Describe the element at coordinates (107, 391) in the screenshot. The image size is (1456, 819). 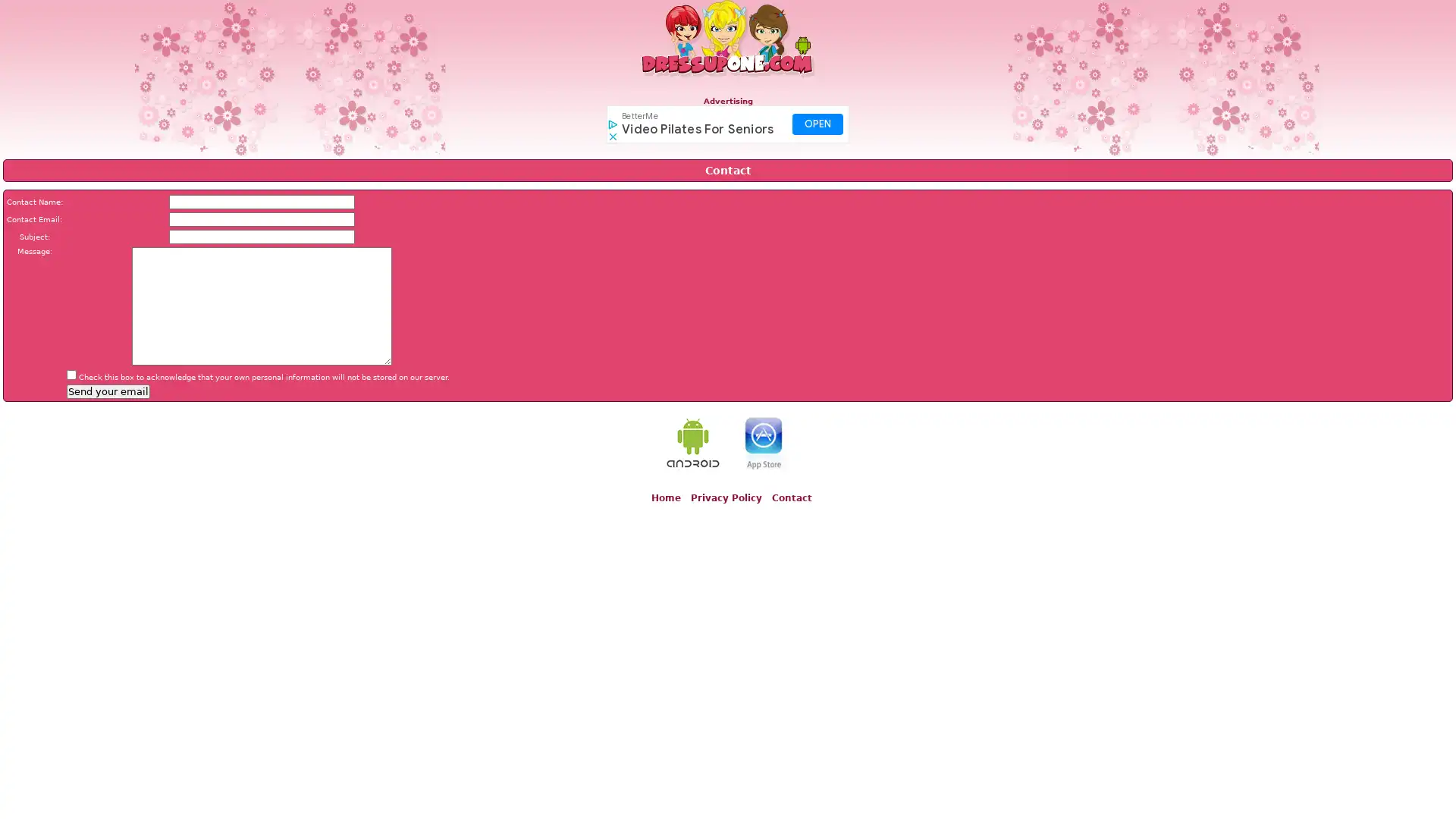
I see `Send your email` at that location.